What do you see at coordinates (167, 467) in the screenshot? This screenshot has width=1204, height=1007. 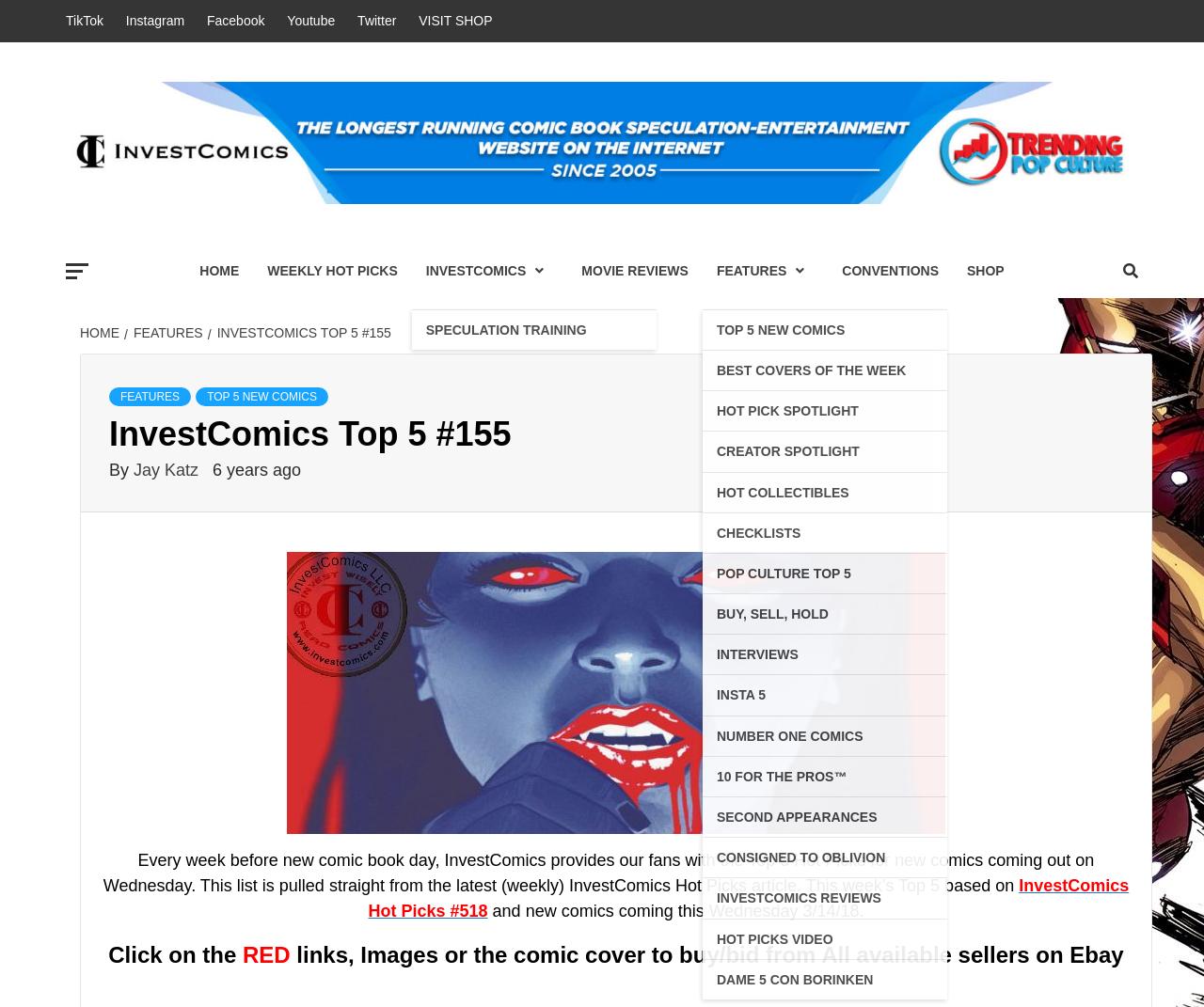 I see `'Jay Katz'` at bounding box center [167, 467].